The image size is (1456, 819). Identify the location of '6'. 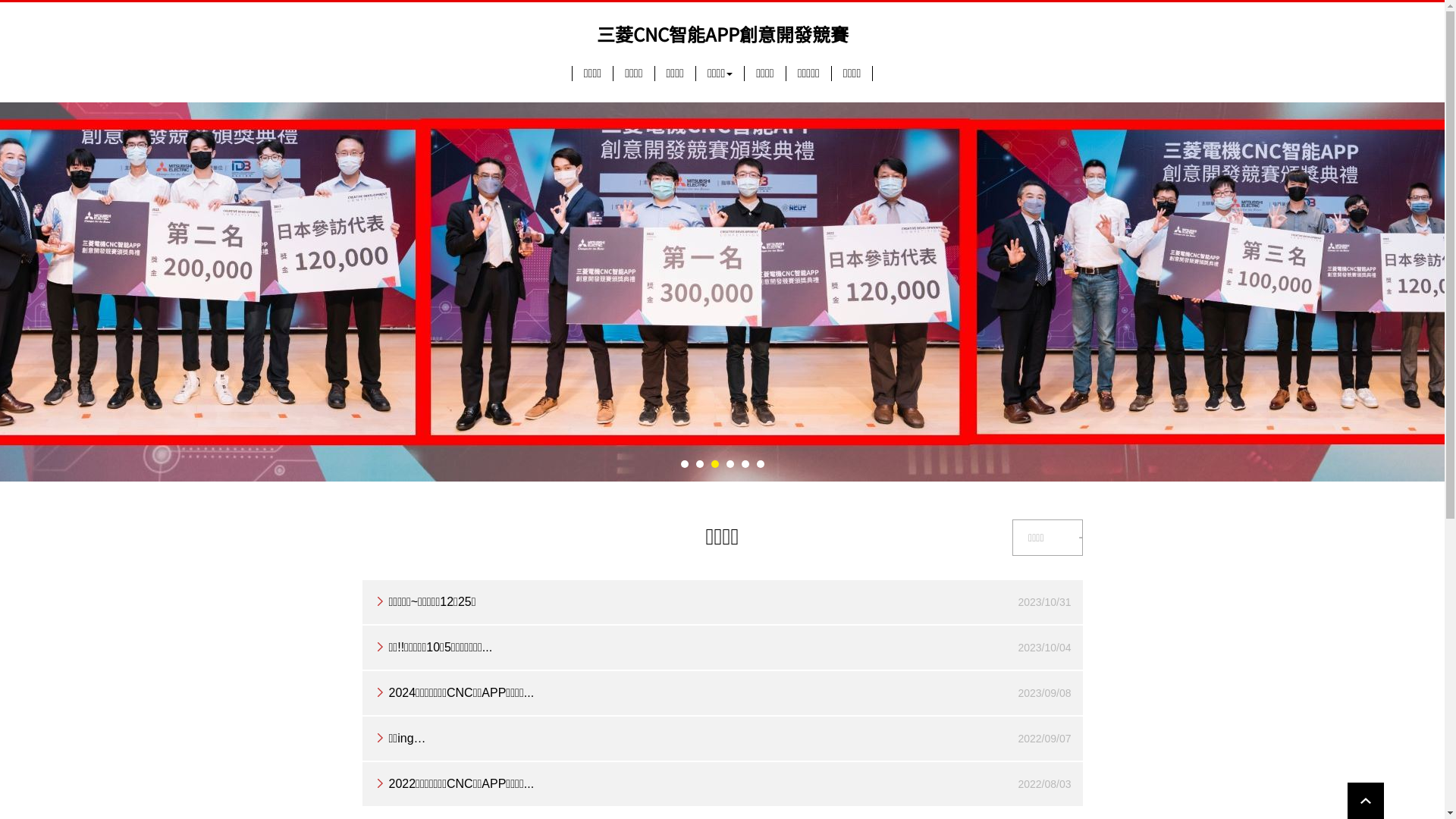
(761, 462).